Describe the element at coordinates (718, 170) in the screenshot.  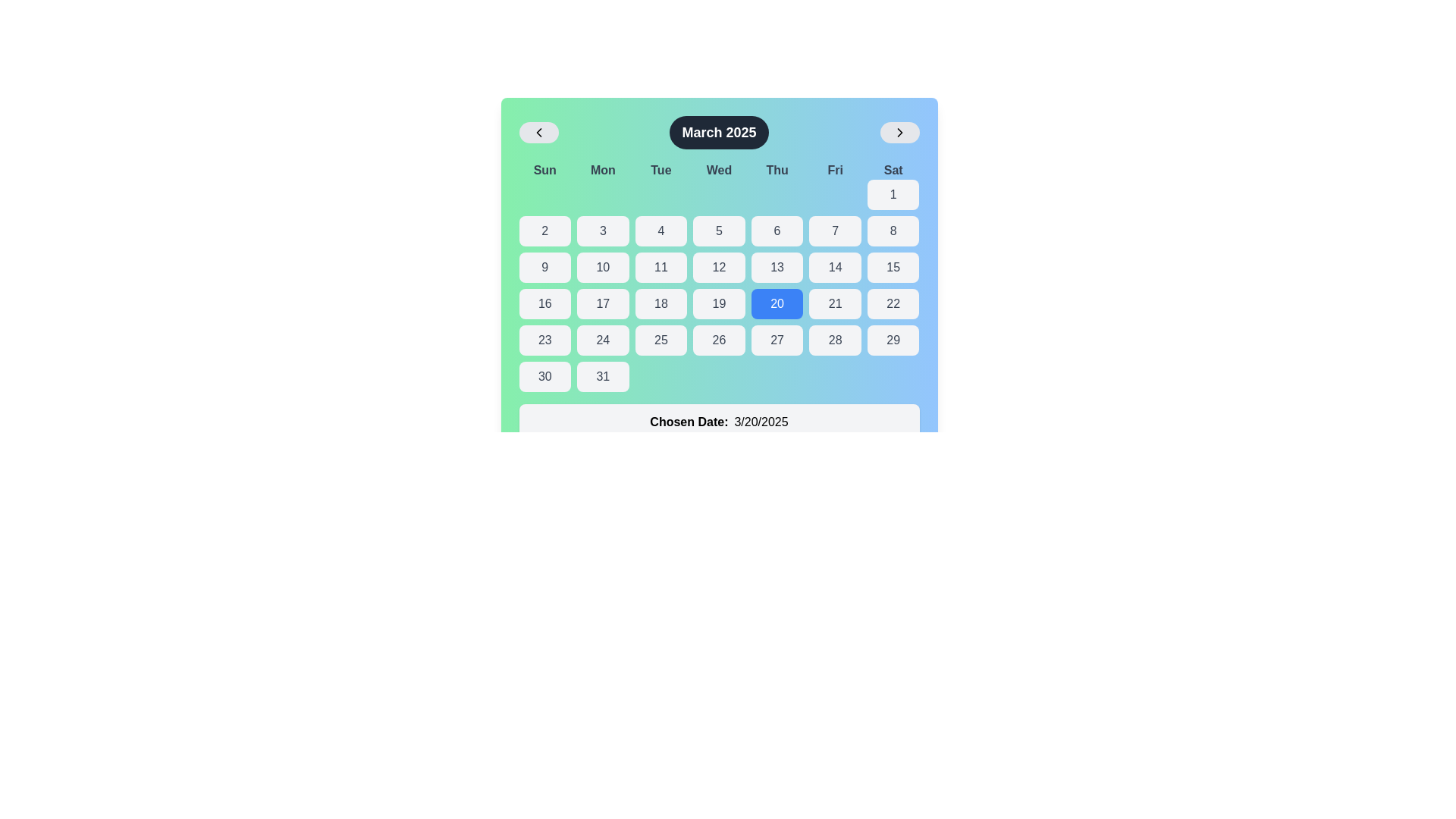
I see `the Text Label element displaying 'Wed', which is styled in bold gray font and located in the fourth column of the days of the week grid under the 'March 2025' header` at that location.